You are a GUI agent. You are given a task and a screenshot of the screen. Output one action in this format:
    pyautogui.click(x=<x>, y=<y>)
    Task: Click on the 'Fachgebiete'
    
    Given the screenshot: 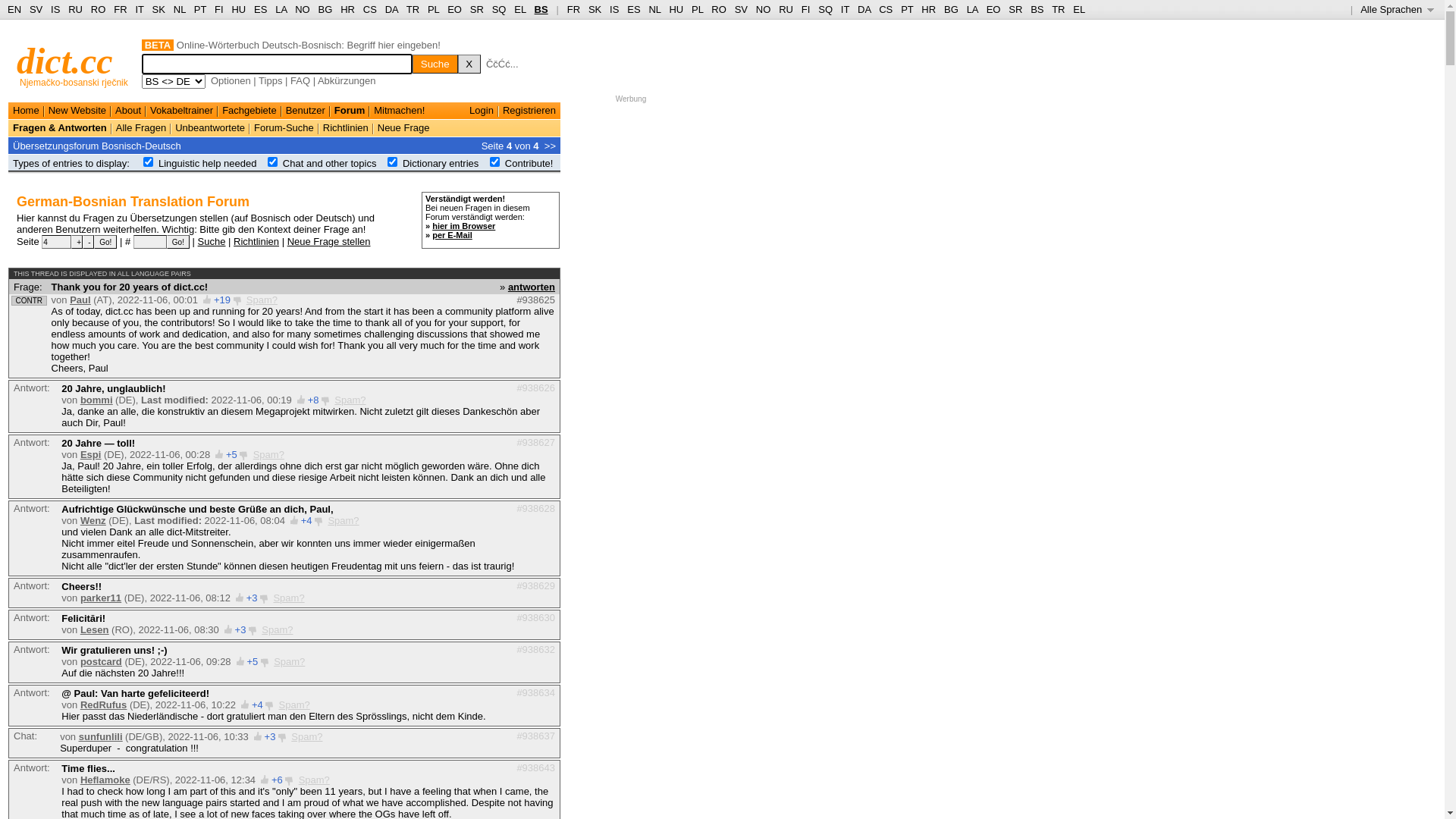 What is the action you would take?
    pyautogui.click(x=249, y=109)
    